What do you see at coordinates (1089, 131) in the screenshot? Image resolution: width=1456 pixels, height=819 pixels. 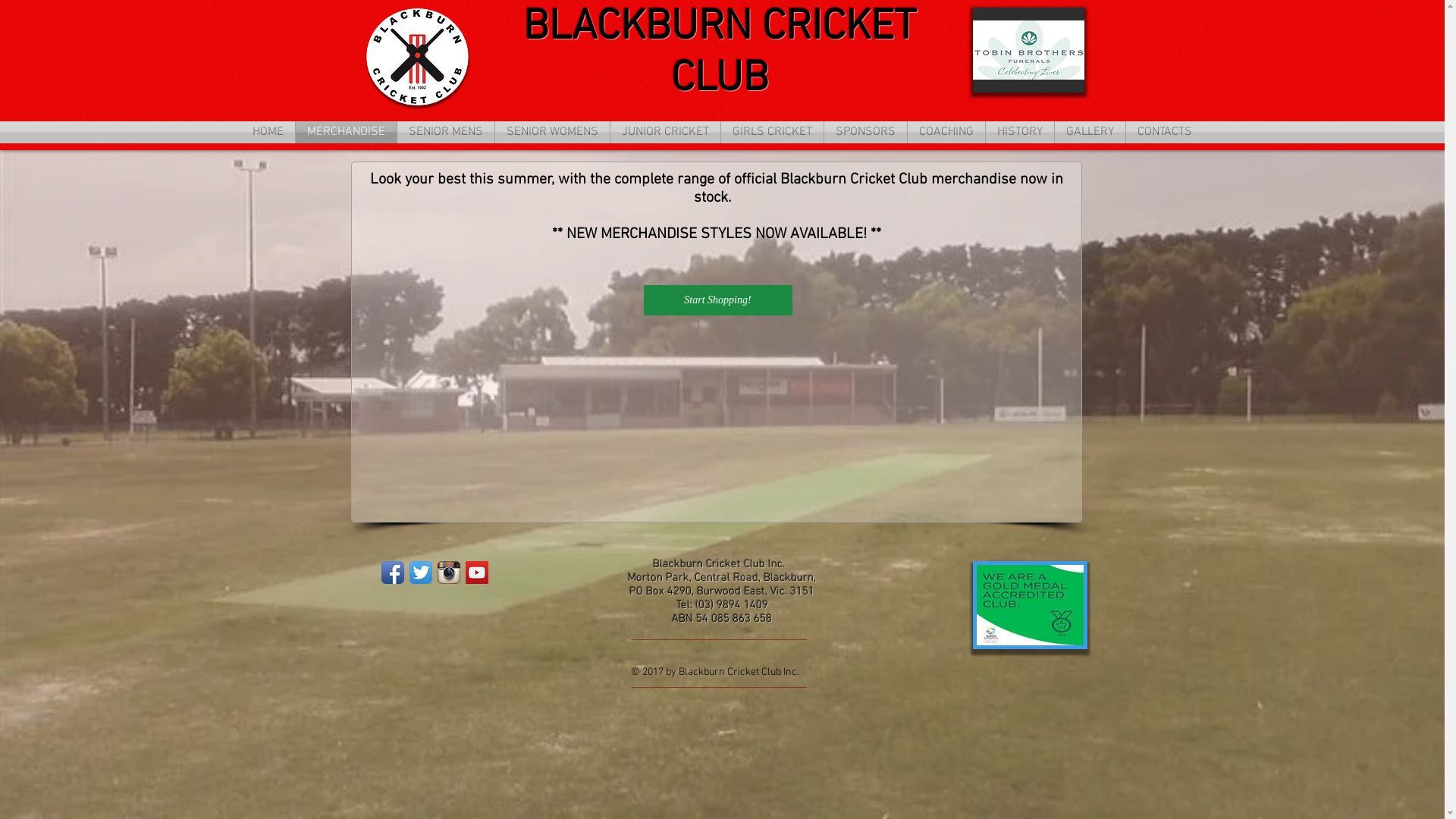 I see `'GALLERY'` at bounding box center [1089, 131].